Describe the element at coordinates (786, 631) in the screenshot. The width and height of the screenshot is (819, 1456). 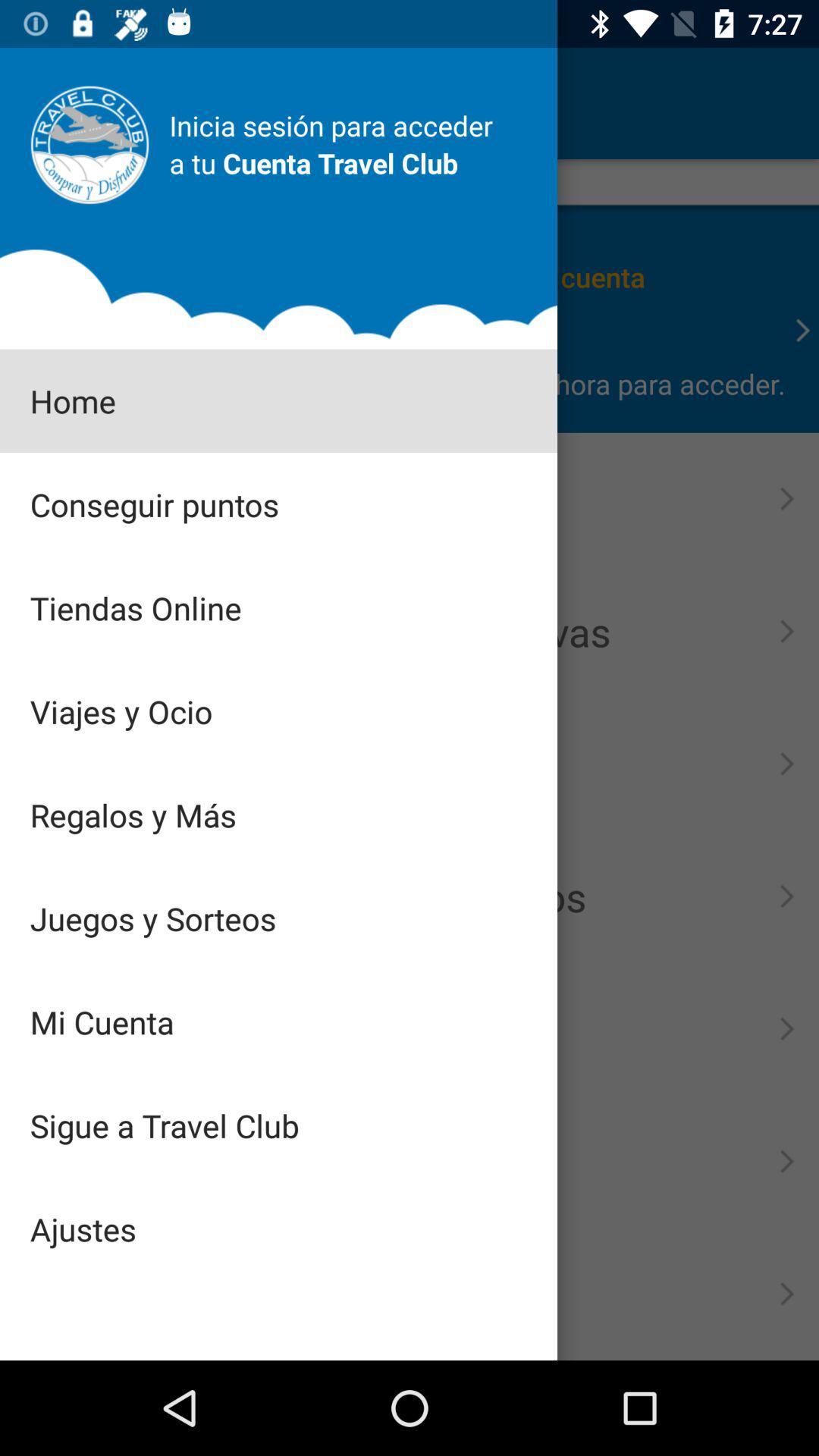
I see `the third right arrow` at that location.